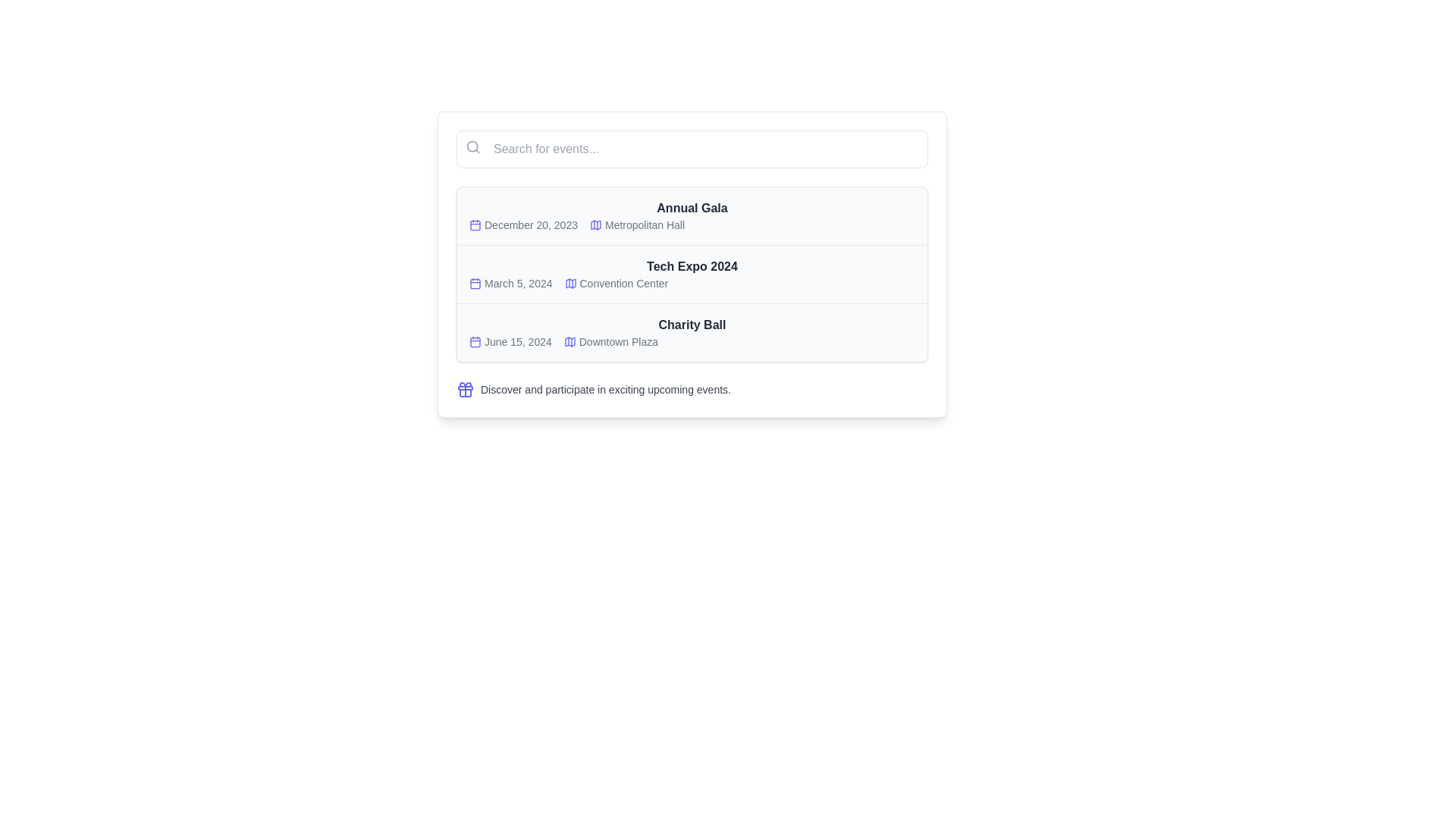  Describe the element at coordinates (595, 225) in the screenshot. I see `the small light indigo map icon located immediately to the left of the text 'Metropolitan Hall' in the row describing the 'Annual Gala' event scheduled for December 20, 2023` at that location.